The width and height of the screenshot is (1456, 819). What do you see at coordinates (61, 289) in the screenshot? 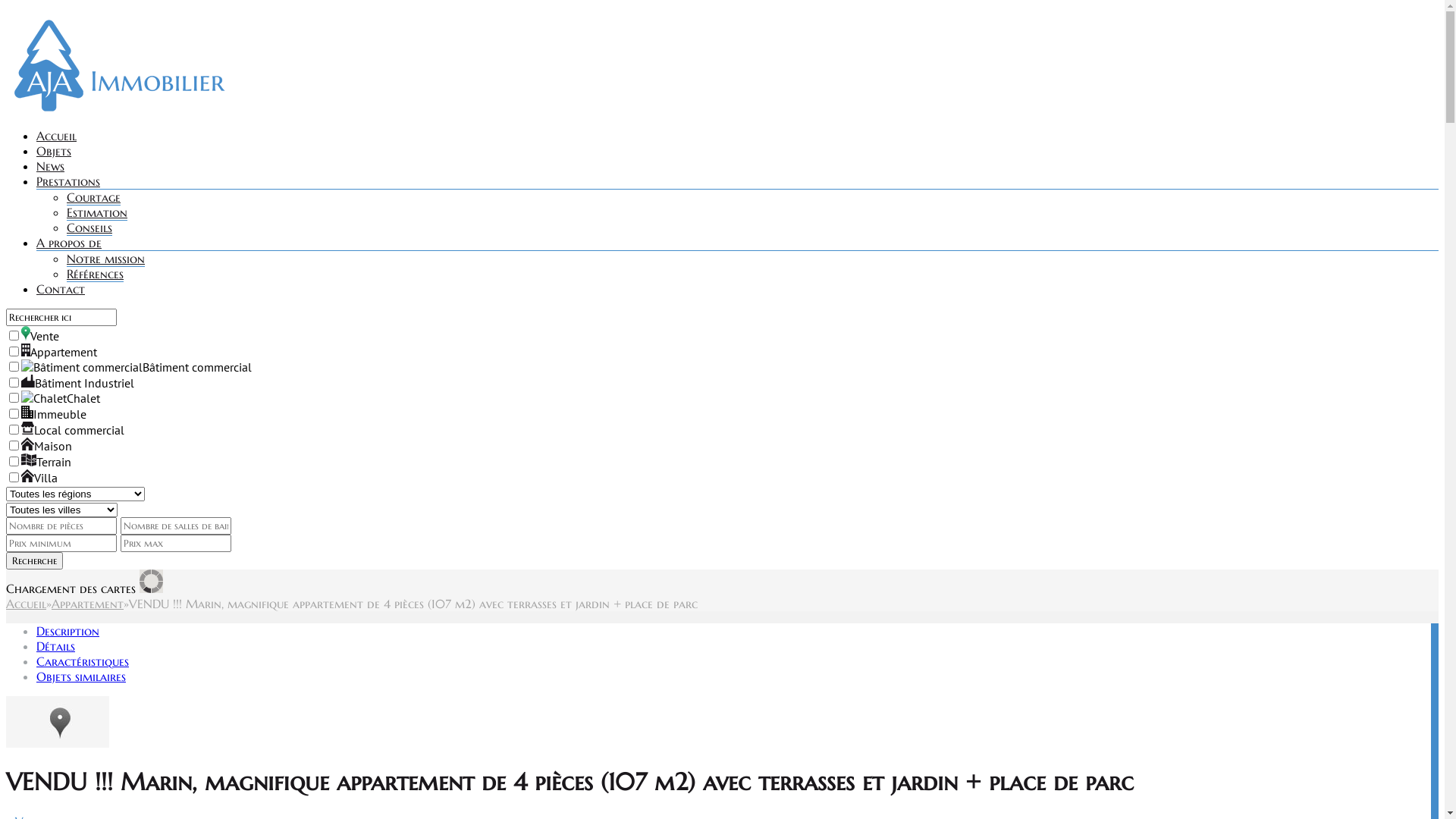
I see `'Contact'` at bounding box center [61, 289].